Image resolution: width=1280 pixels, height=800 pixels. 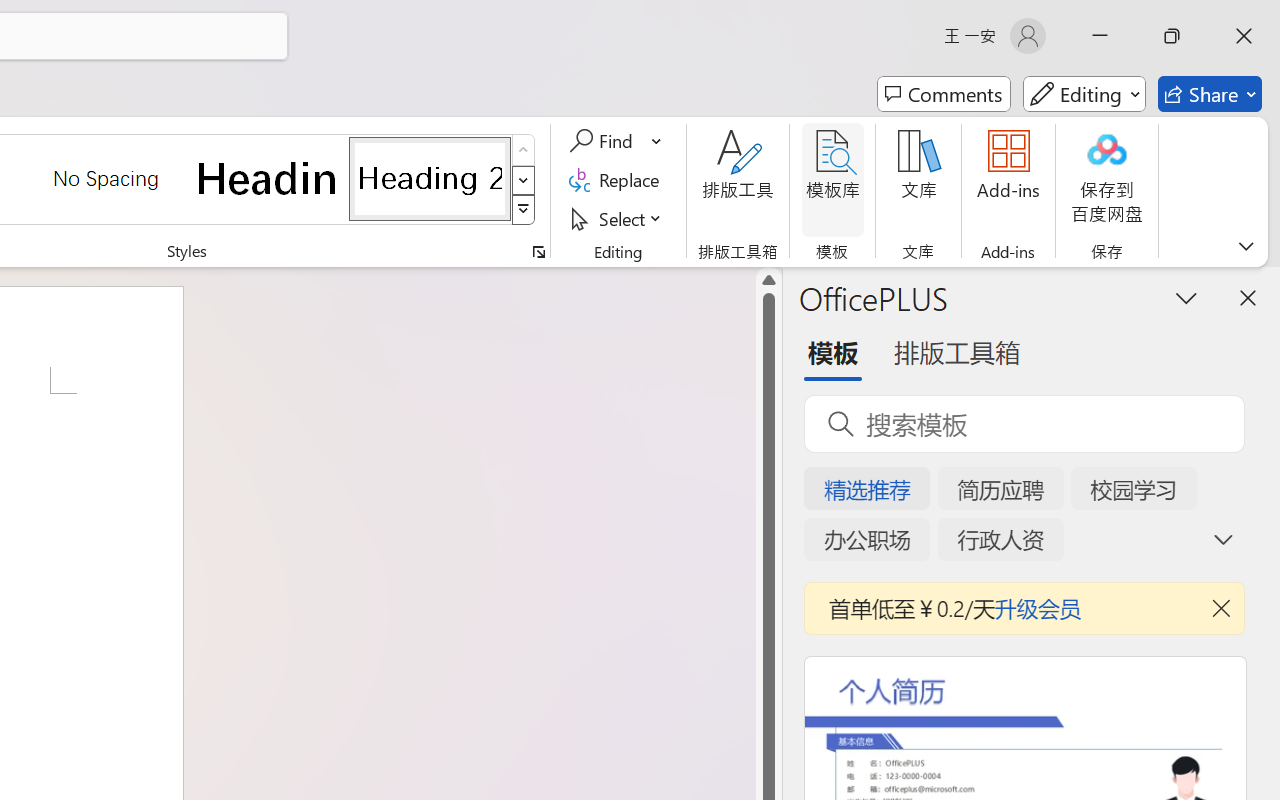 I want to click on 'Ribbon Display Options', so click(x=1245, y=245).